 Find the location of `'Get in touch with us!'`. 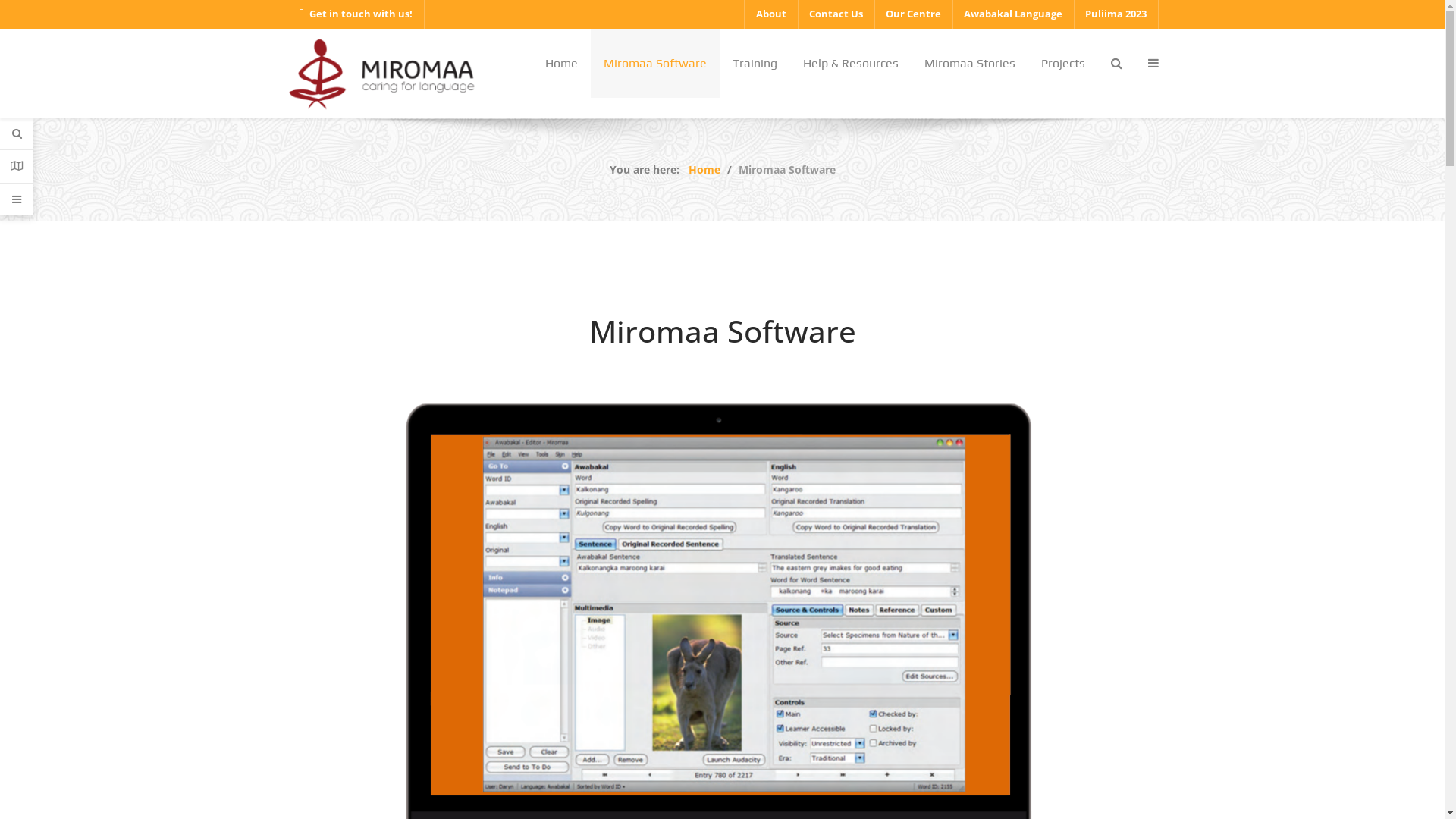

'Get in touch with us!' is located at coordinates (355, 14).